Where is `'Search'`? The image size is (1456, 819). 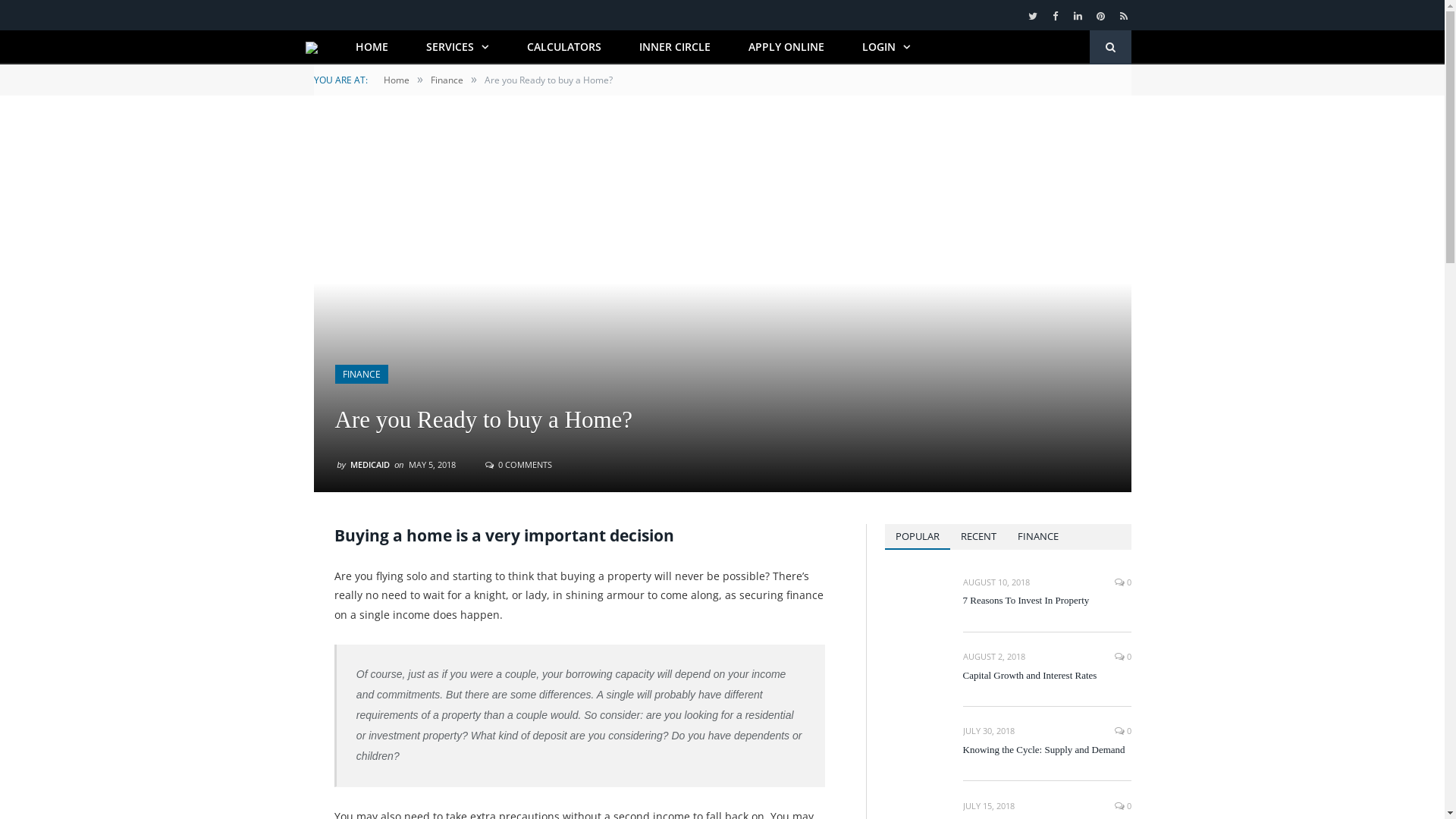 'Search' is located at coordinates (1087, 46).